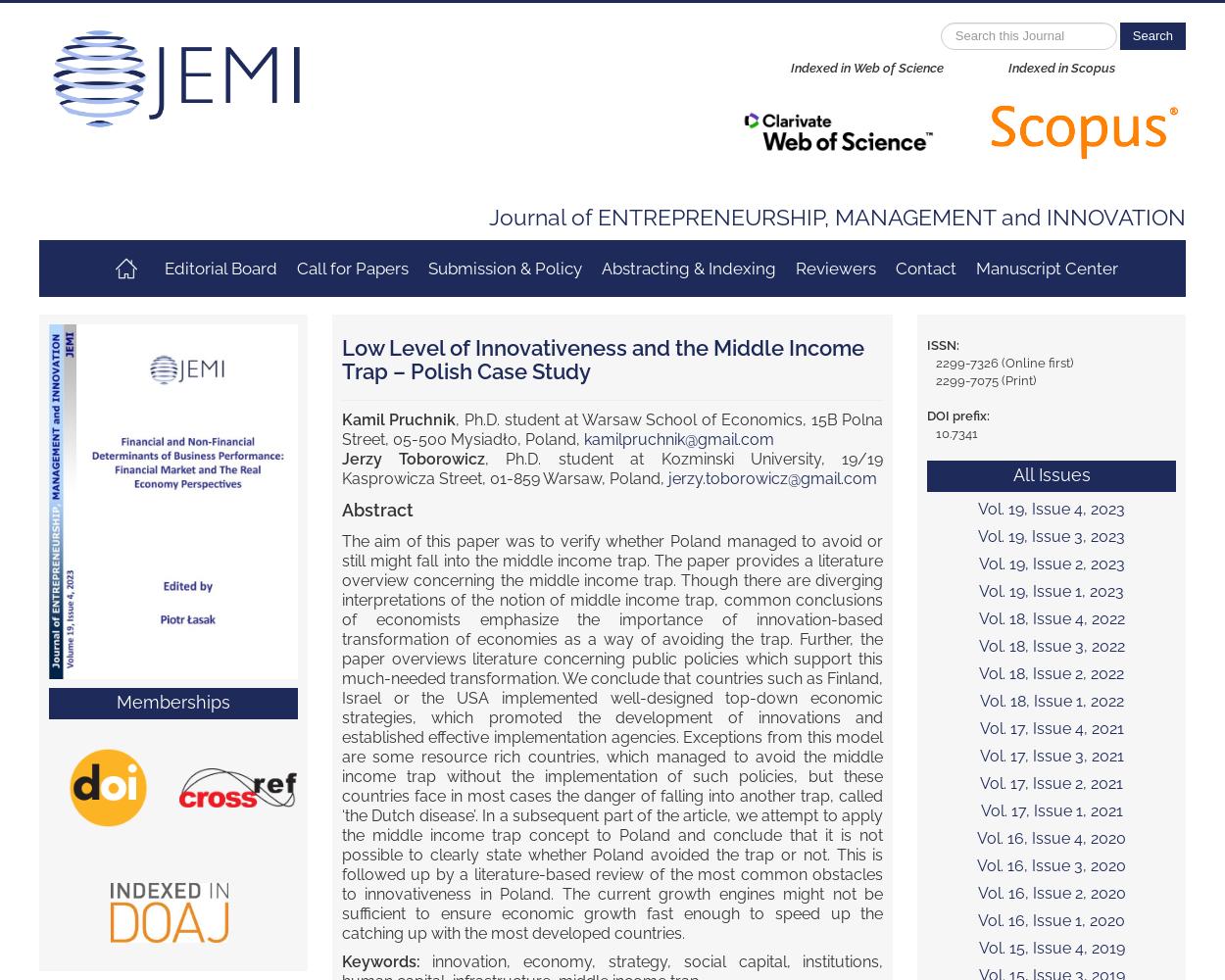 The width and height of the screenshot is (1225, 980). I want to click on 'Vol. 19, Issue 3, 2023', so click(1051, 536).